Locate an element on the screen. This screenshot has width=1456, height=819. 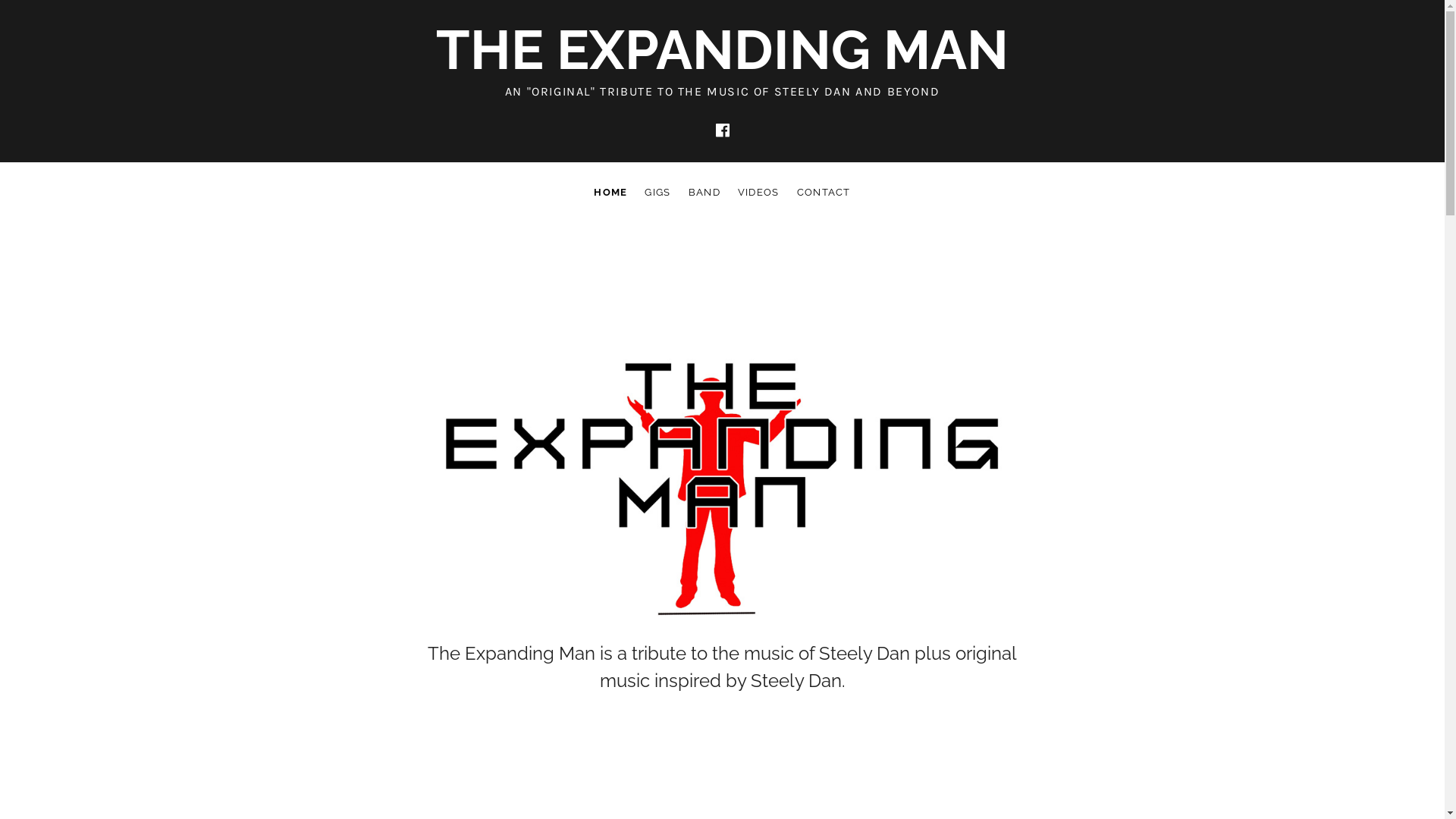
'THE EXPANDING MAN' is located at coordinates (721, 49).